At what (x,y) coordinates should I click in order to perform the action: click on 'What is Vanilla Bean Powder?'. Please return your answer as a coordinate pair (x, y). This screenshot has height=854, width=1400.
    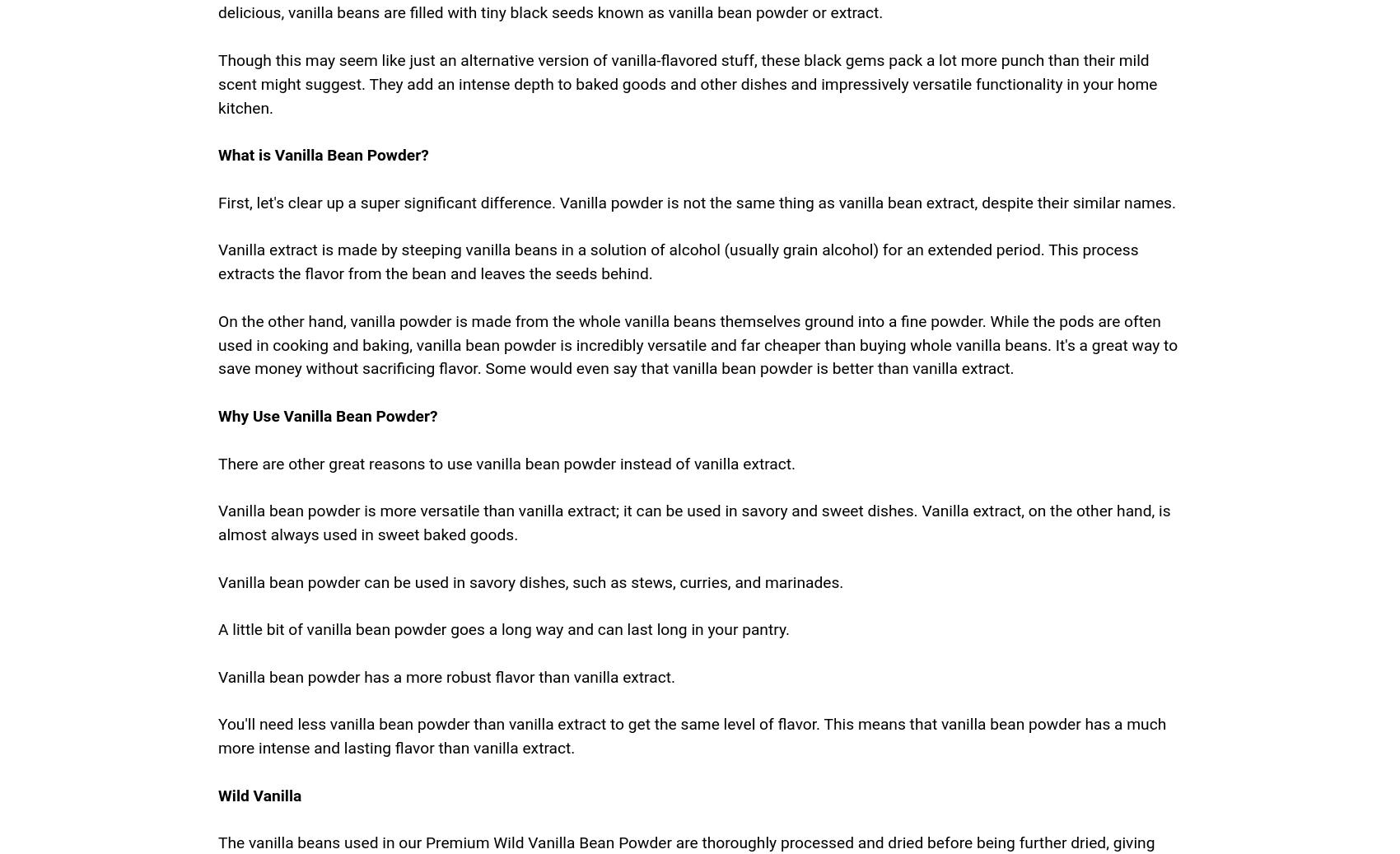
    Looking at the image, I should click on (322, 154).